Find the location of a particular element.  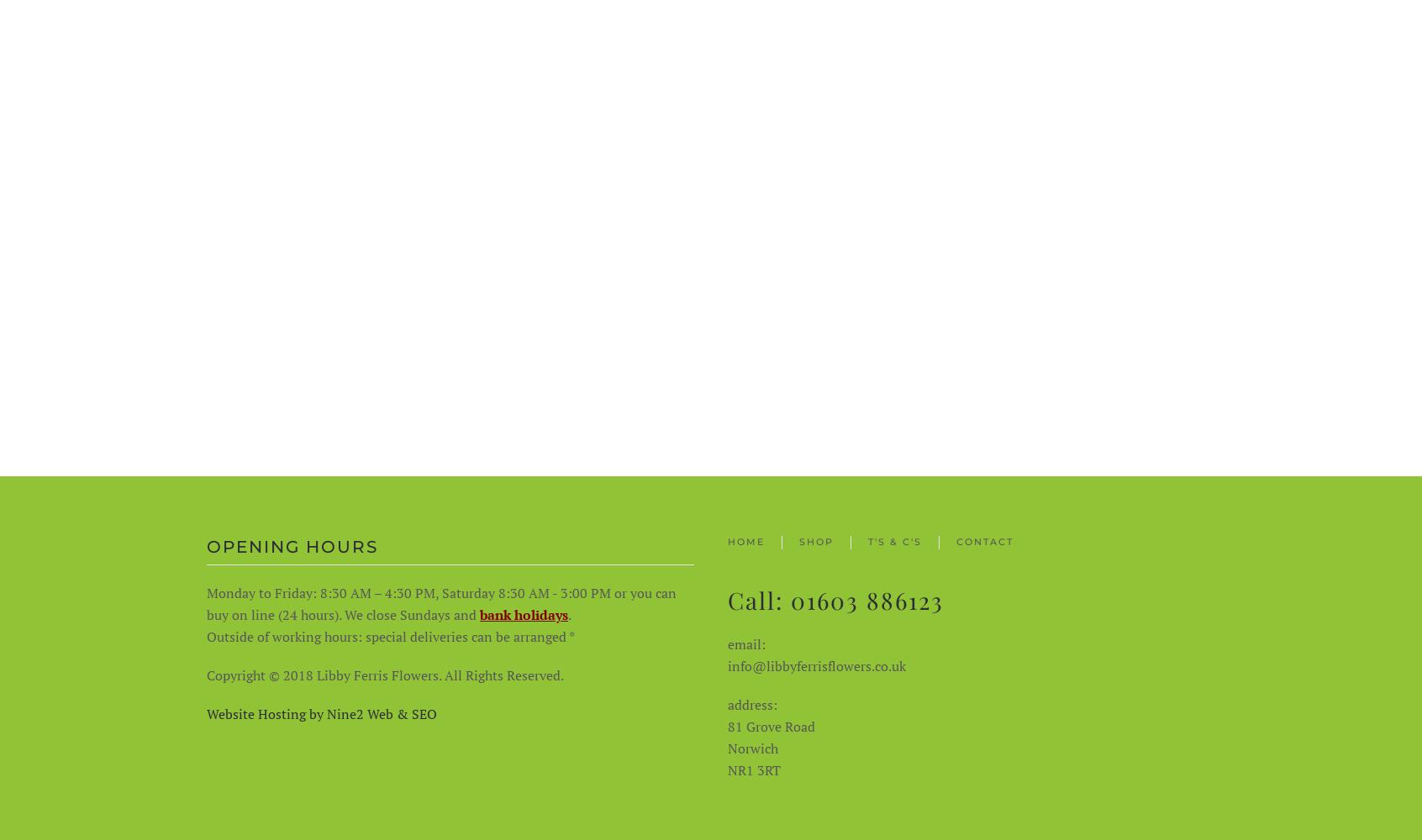

'NR1 3RT' is located at coordinates (753, 770).